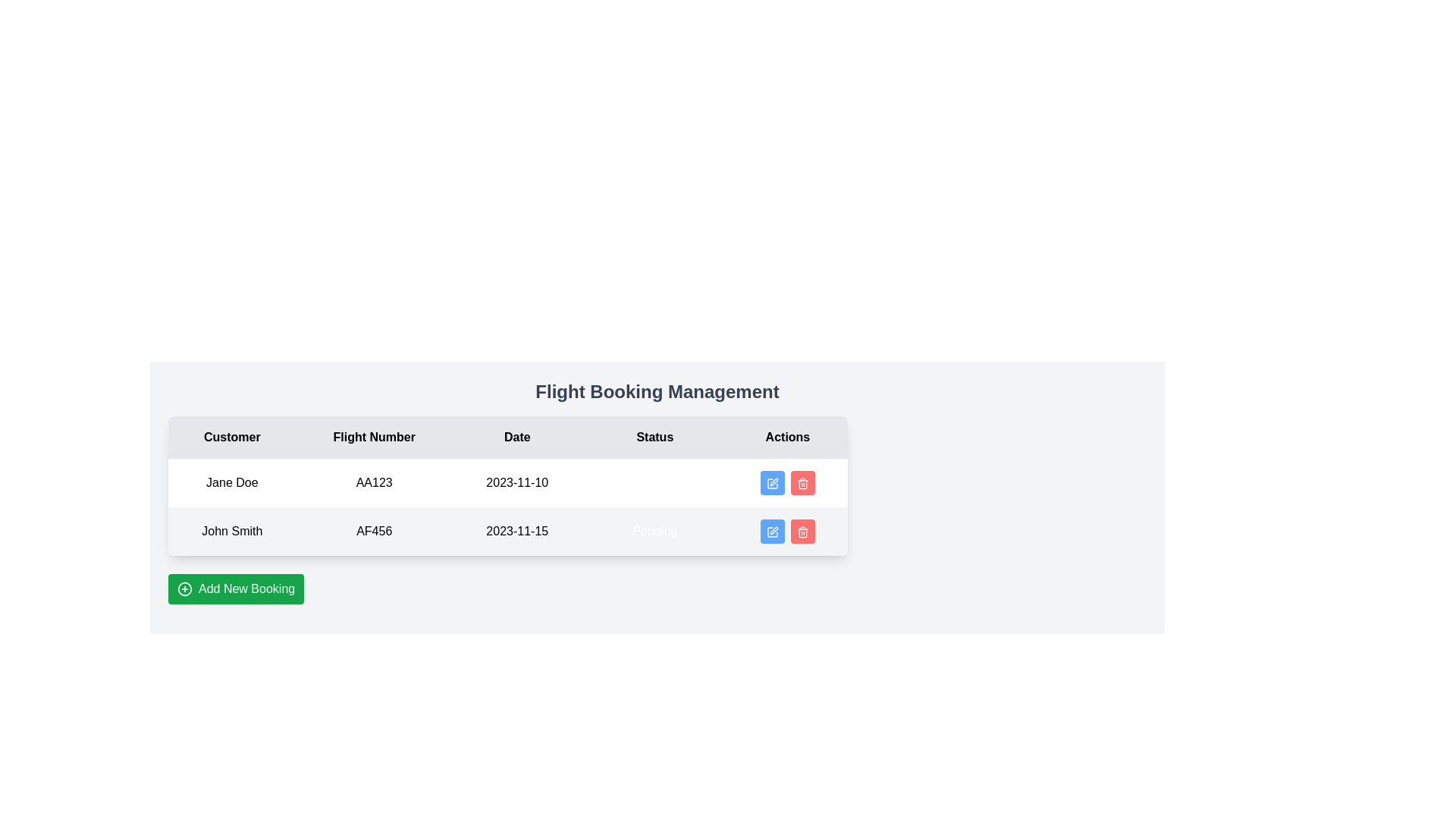 The height and width of the screenshot is (819, 1456). I want to click on the delete button located in the 'Actions' column of the first row in the flight booking table, so click(787, 482).